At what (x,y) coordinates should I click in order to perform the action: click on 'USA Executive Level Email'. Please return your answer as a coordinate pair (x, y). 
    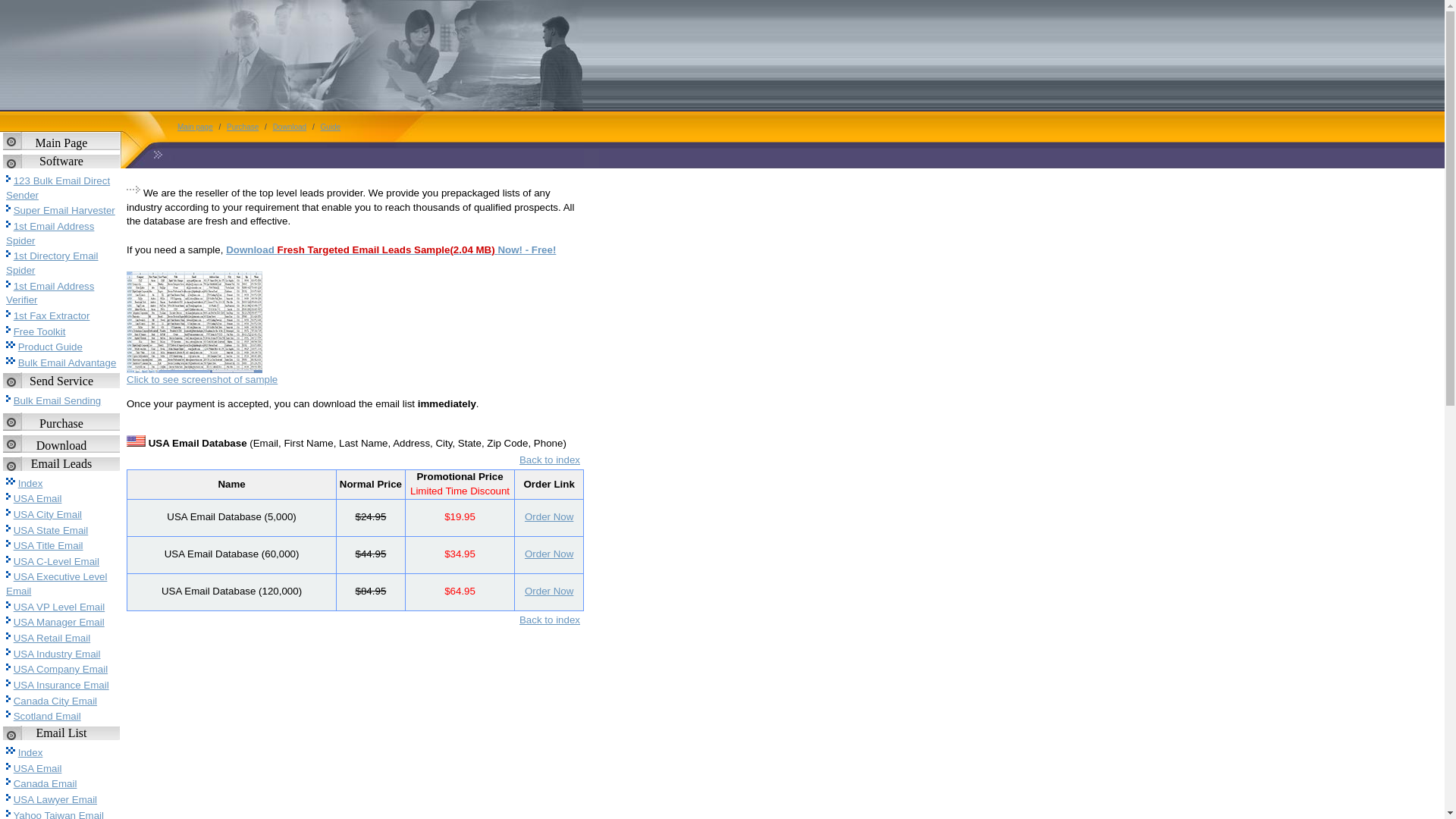
    Looking at the image, I should click on (6, 583).